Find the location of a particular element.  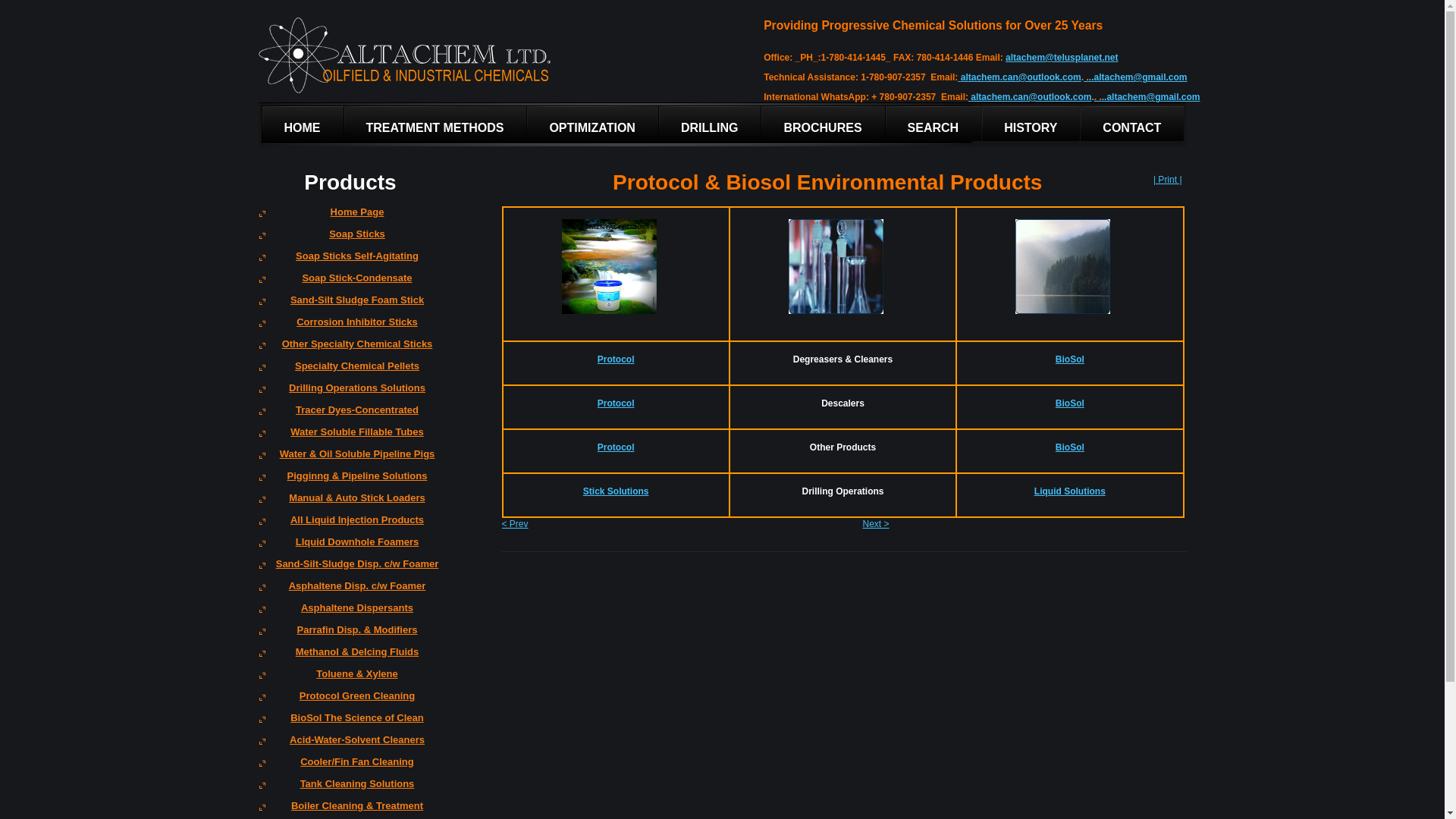

'Next >' is located at coordinates (876, 522).